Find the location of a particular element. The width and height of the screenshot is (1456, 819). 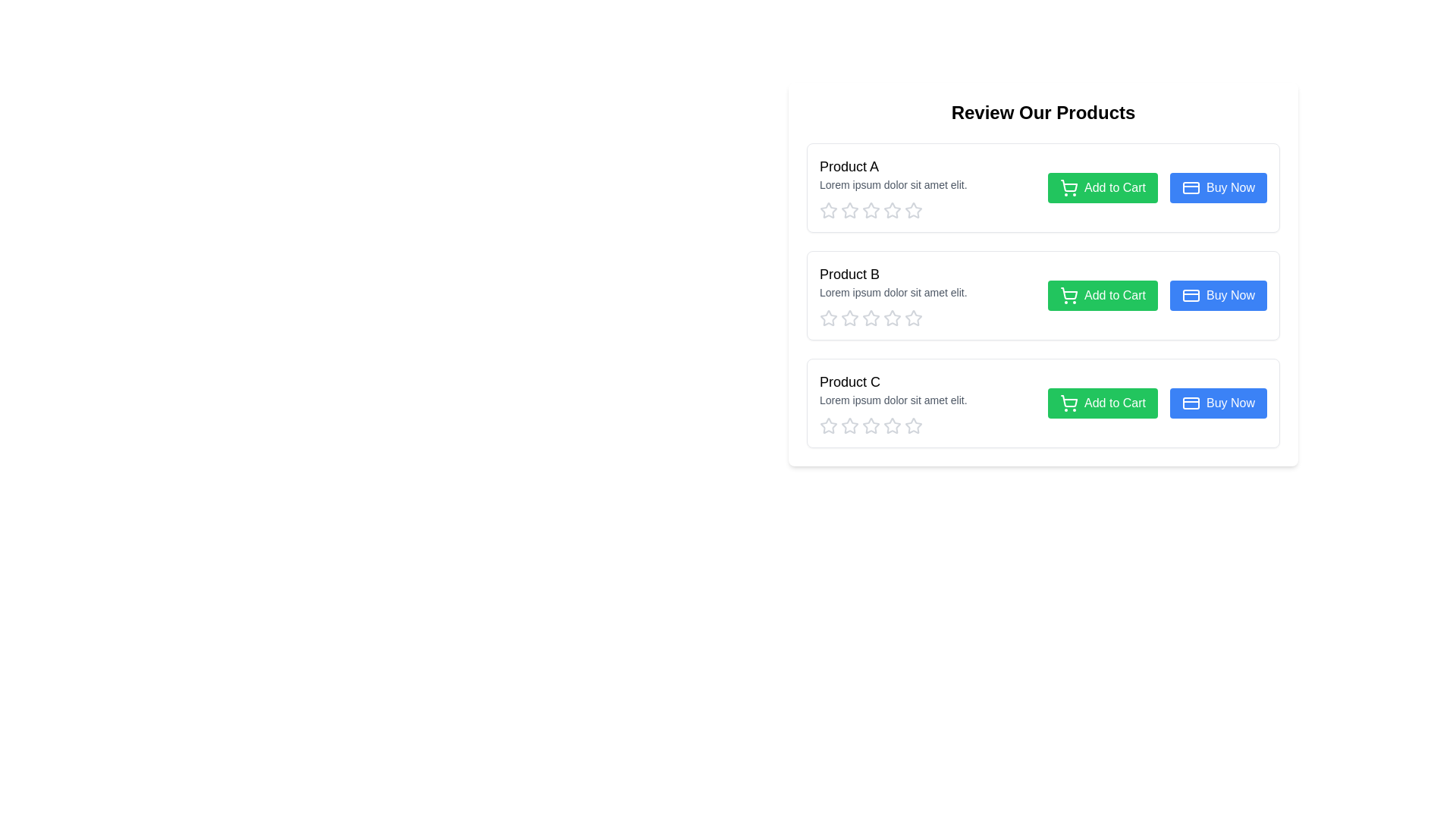

the first star icon in the rating system located under the 'Product C' section is located at coordinates (828, 426).